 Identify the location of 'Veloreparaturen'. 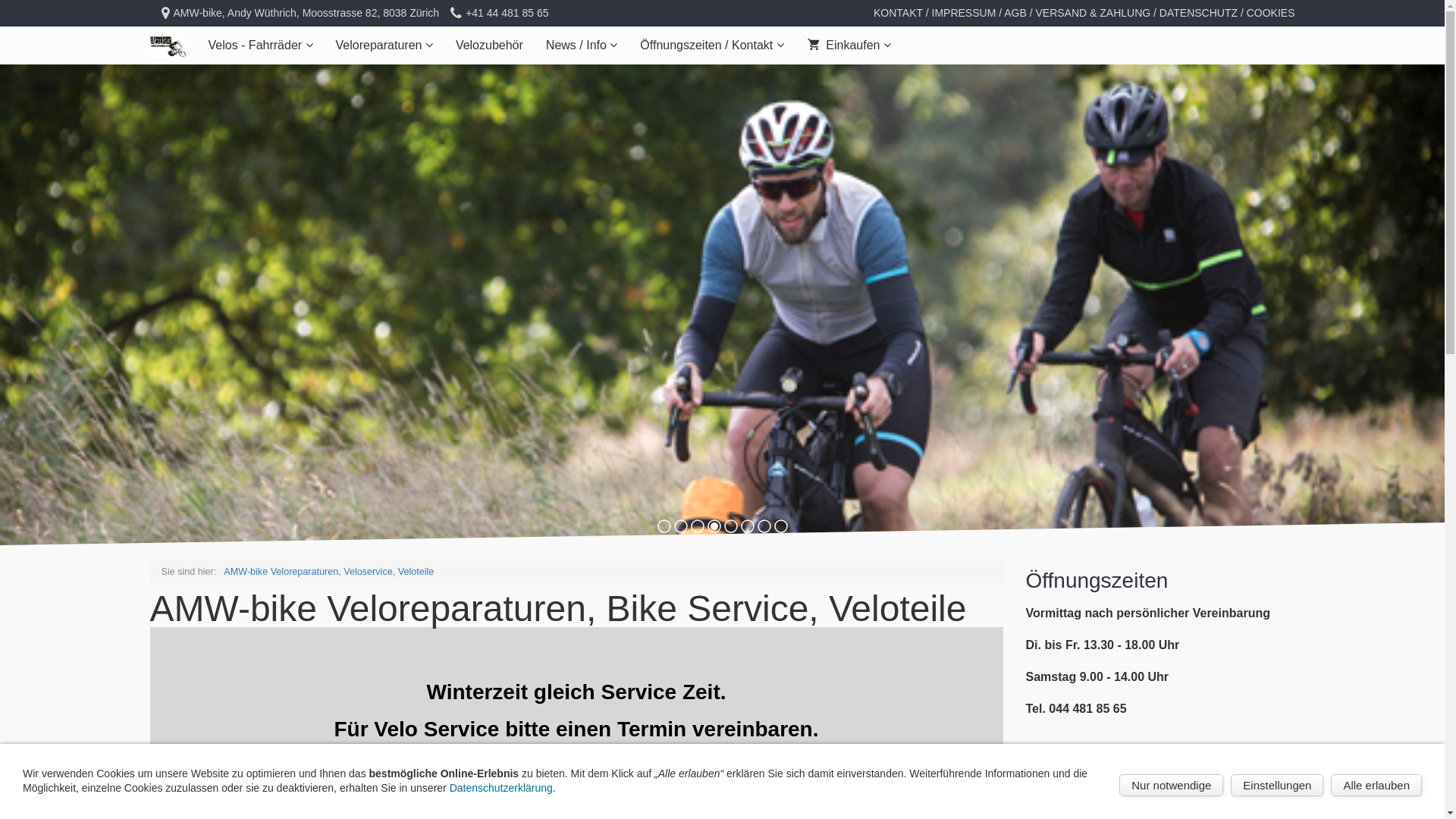
(384, 45).